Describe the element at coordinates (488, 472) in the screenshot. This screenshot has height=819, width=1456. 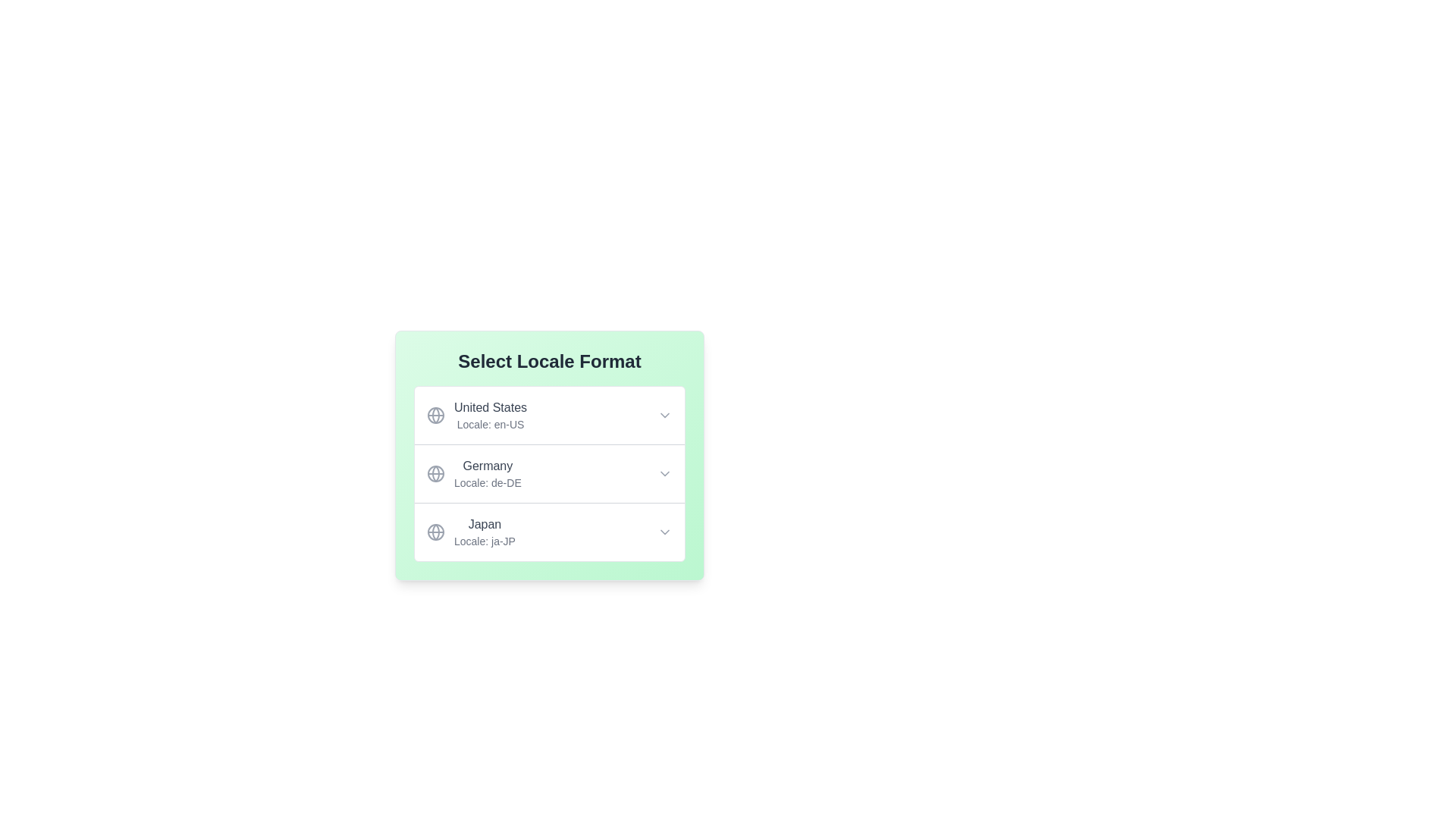
I see `the text label identifying the 'Germany' locale with the value 'Locale: de-DE' within the green-background panel labeled 'Select Locale Format'` at that location.